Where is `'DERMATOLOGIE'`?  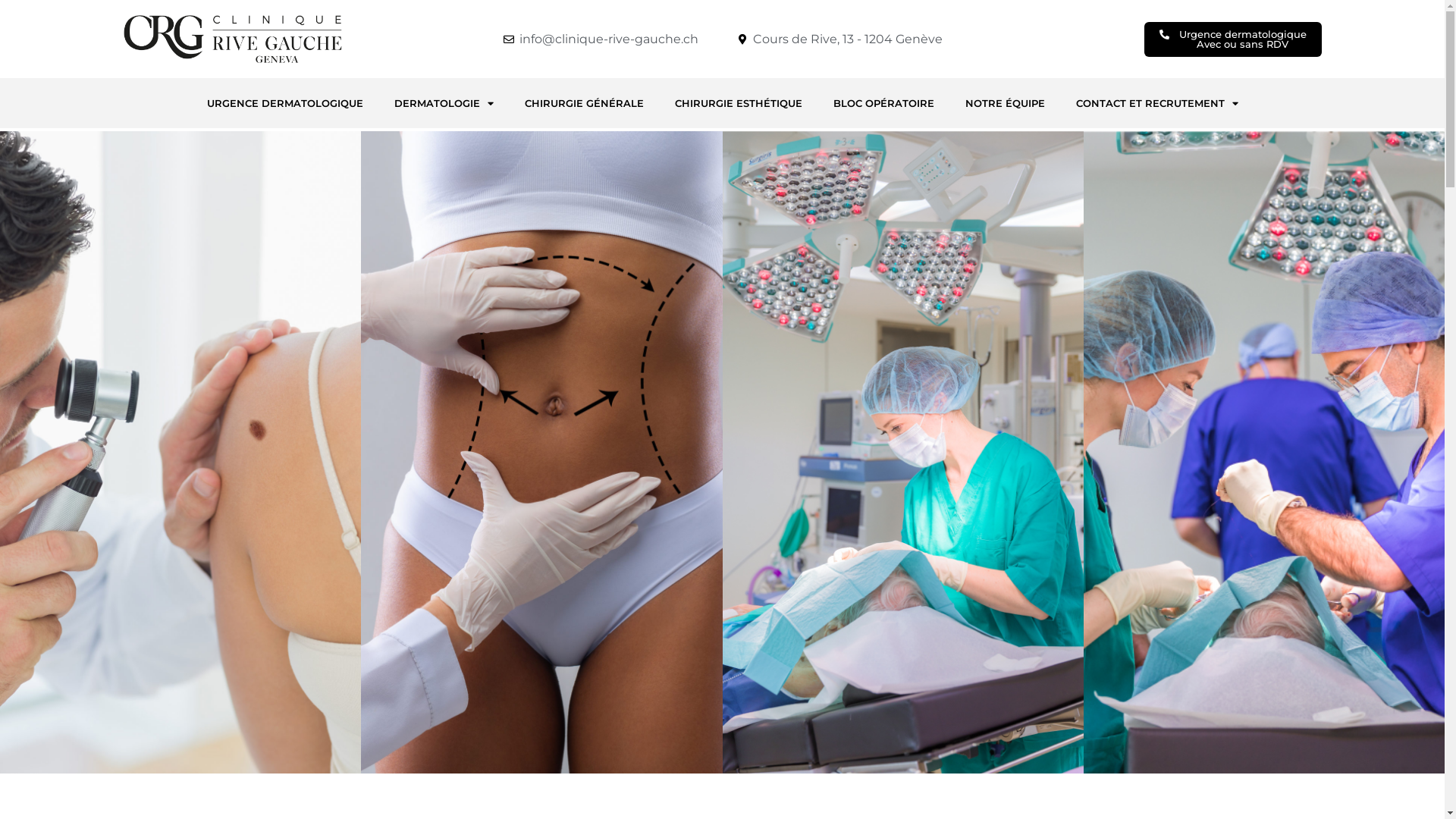 'DERMATOLOGIE' is located at coordinates (378, 102).